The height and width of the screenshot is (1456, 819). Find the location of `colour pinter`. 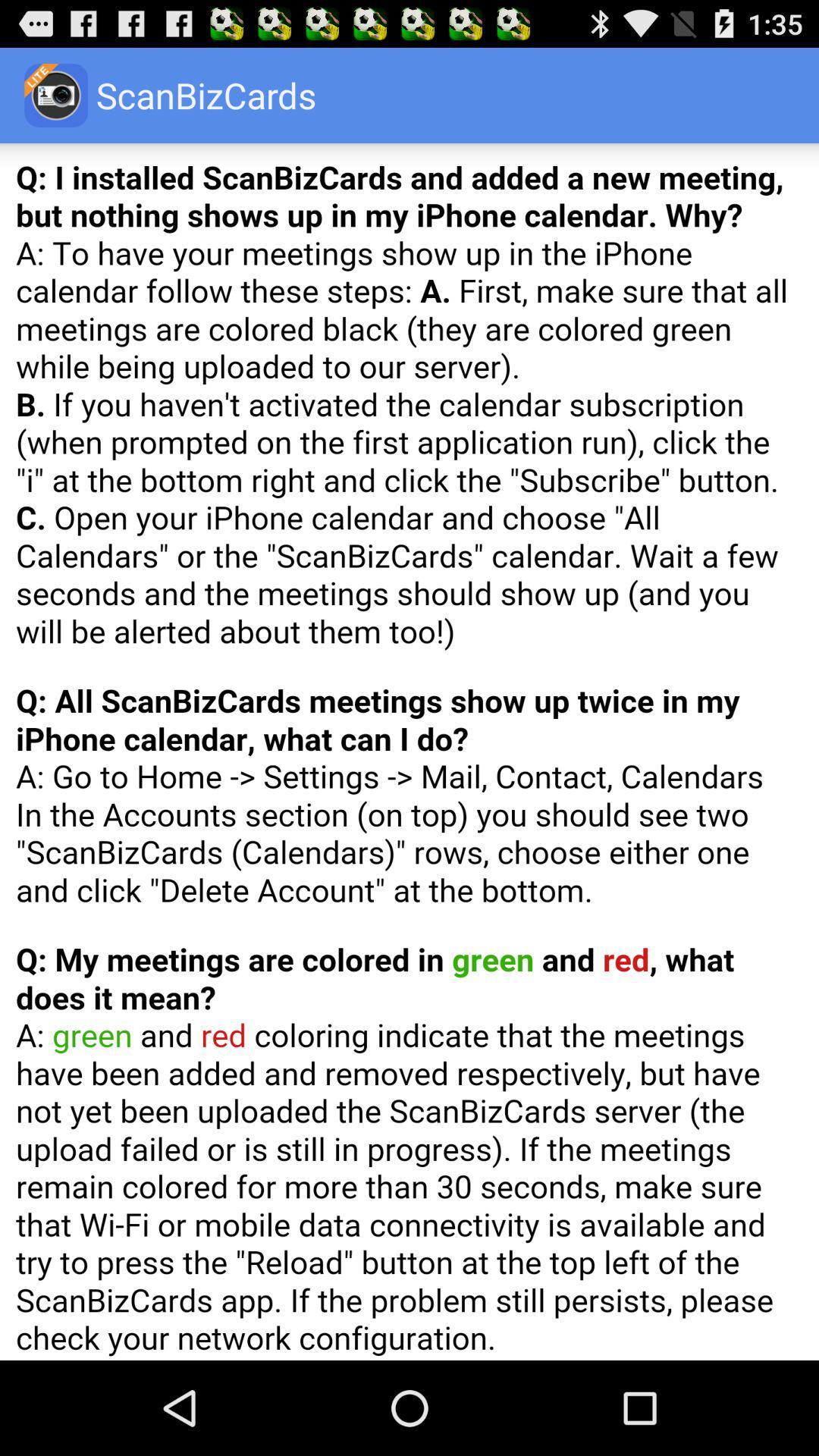

colour pinter is located at coordinates (409, 752).